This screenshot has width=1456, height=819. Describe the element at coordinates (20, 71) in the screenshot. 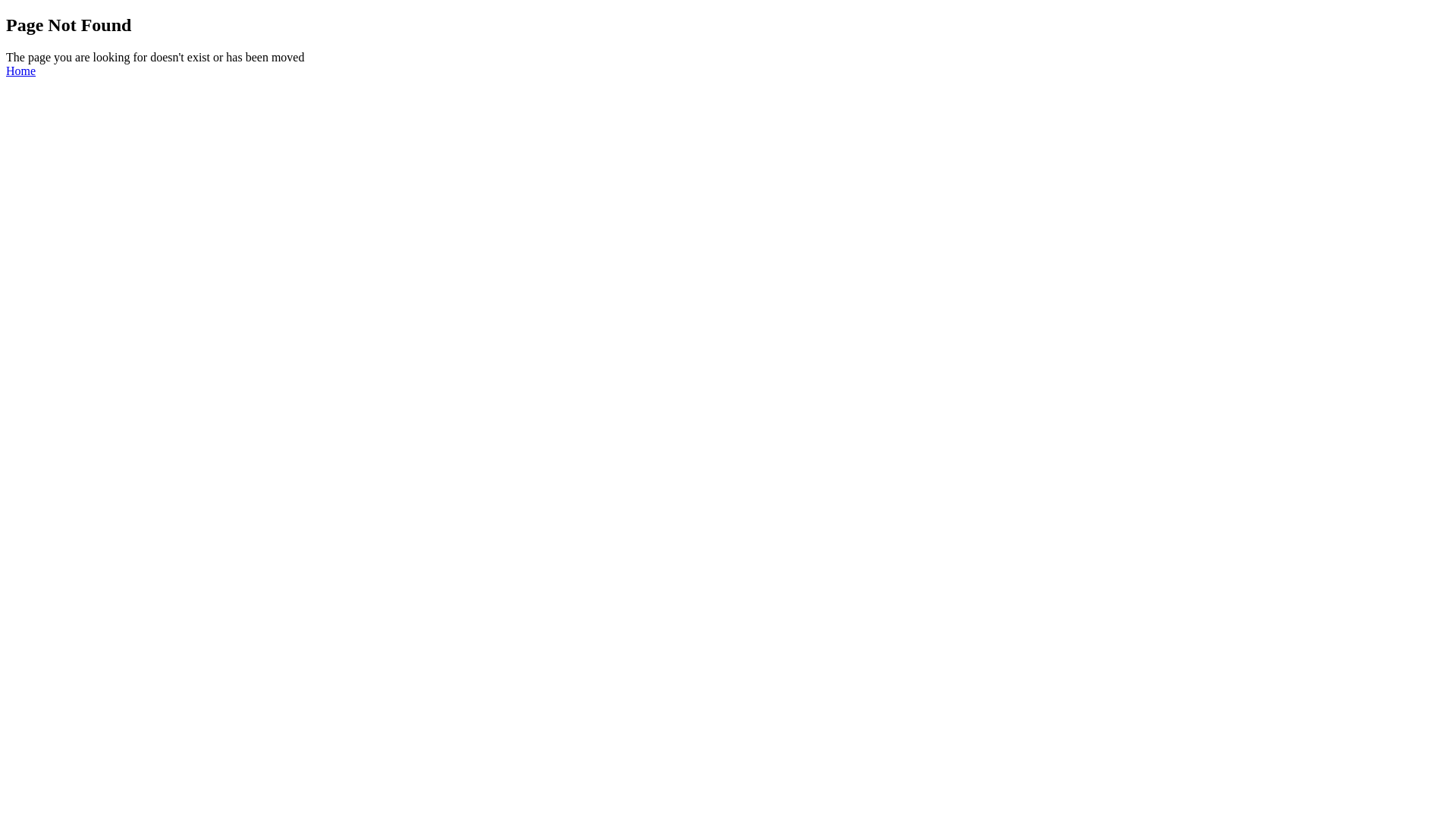

I see `'Home'` at that location.